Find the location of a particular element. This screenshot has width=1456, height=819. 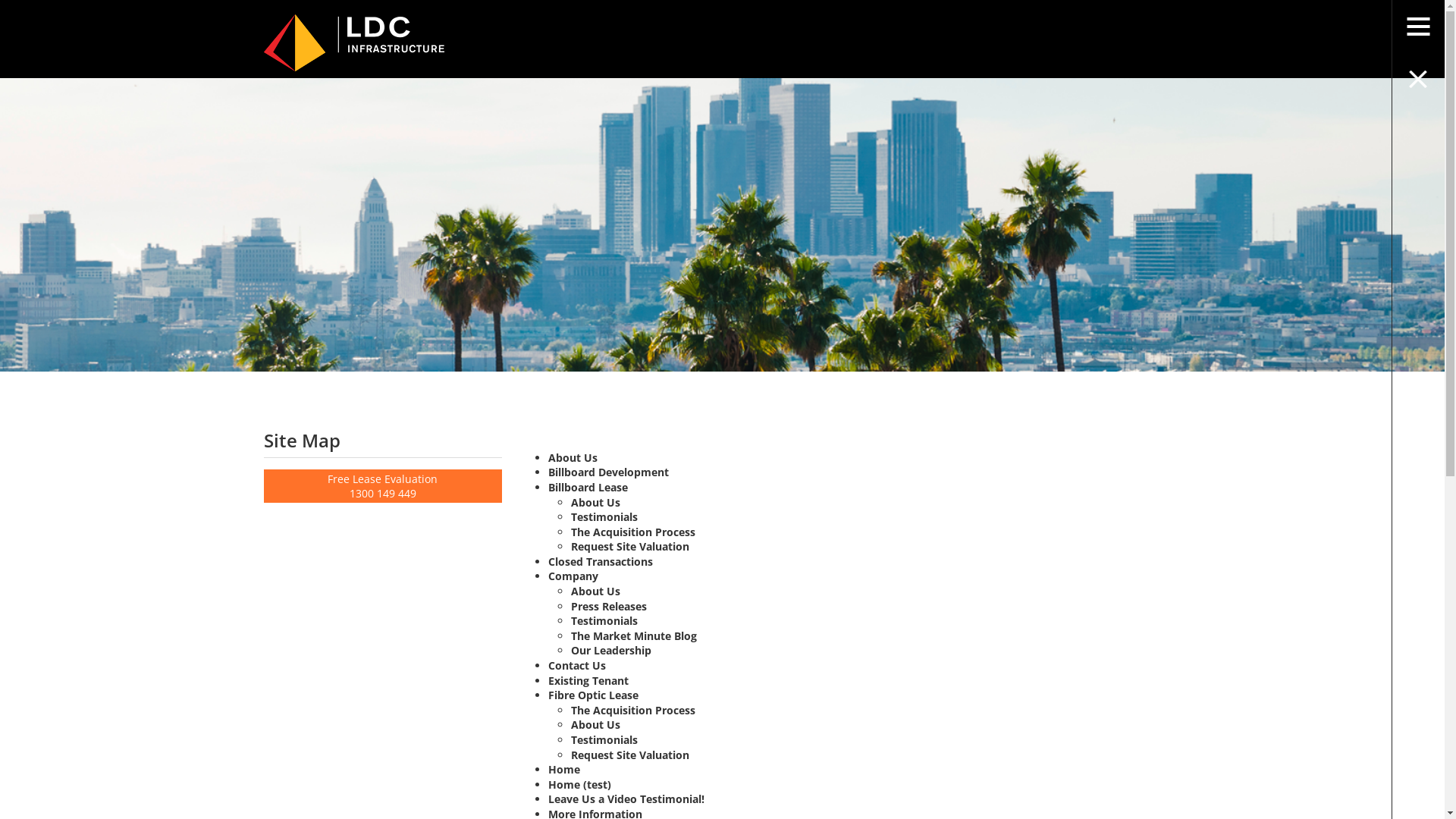

'Our Leadership' is located at coordinates (611, 649).